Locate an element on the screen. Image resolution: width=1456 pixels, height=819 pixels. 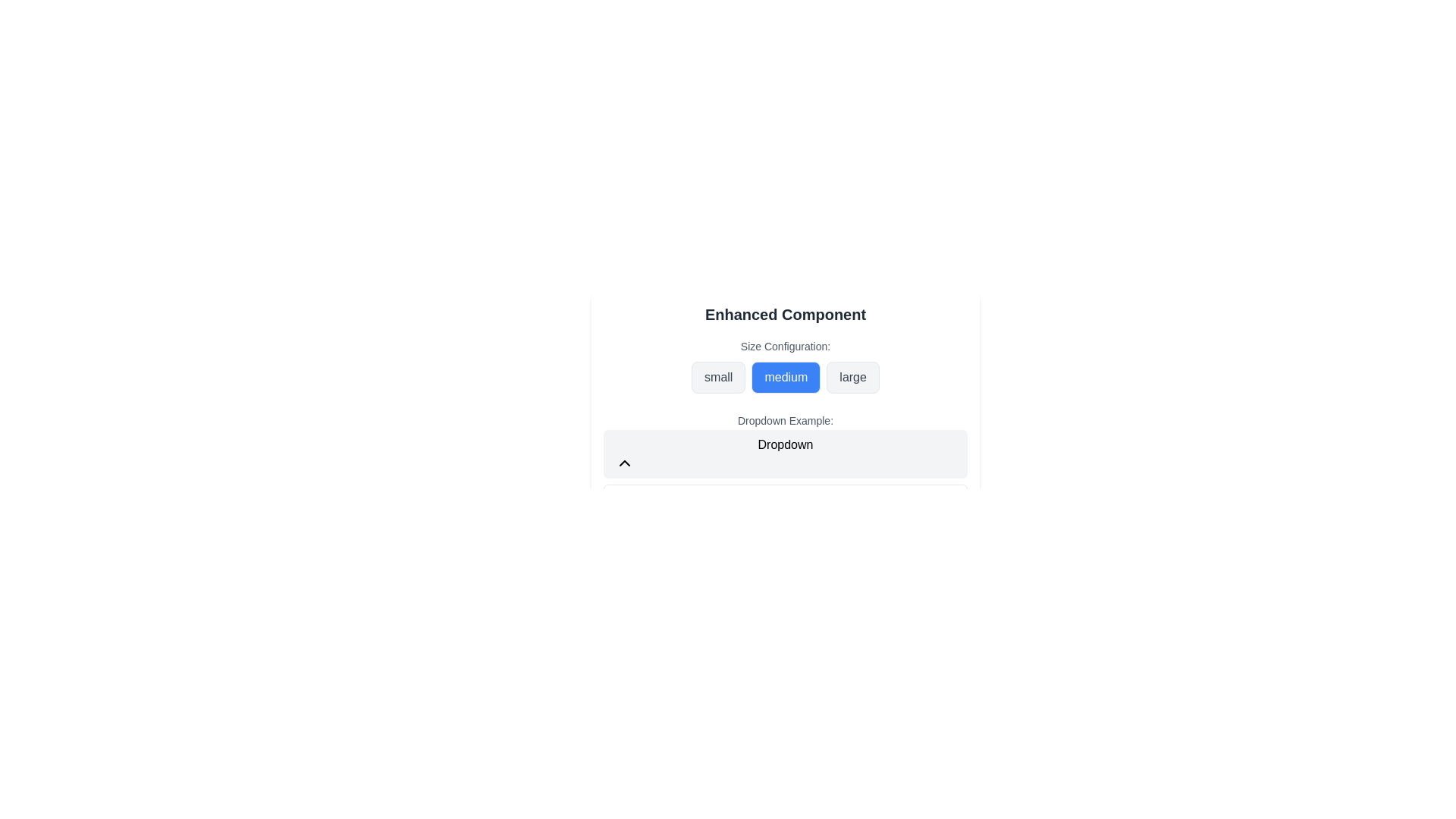
the button labeled 'large' is located at coordinates (853, 376).